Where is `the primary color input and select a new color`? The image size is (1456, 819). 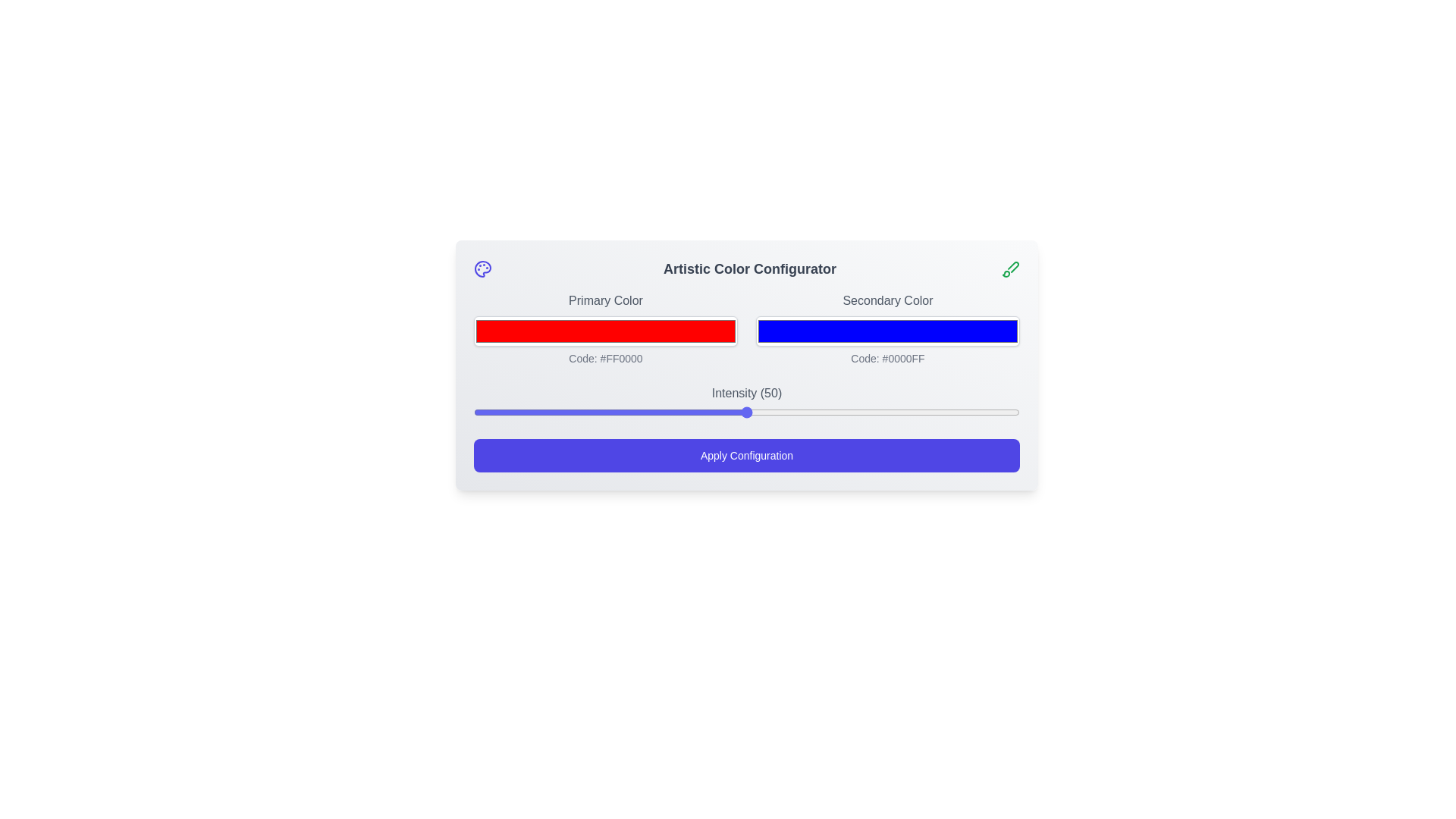
the primary color input and select a new color is located at coordinates (604, 330).